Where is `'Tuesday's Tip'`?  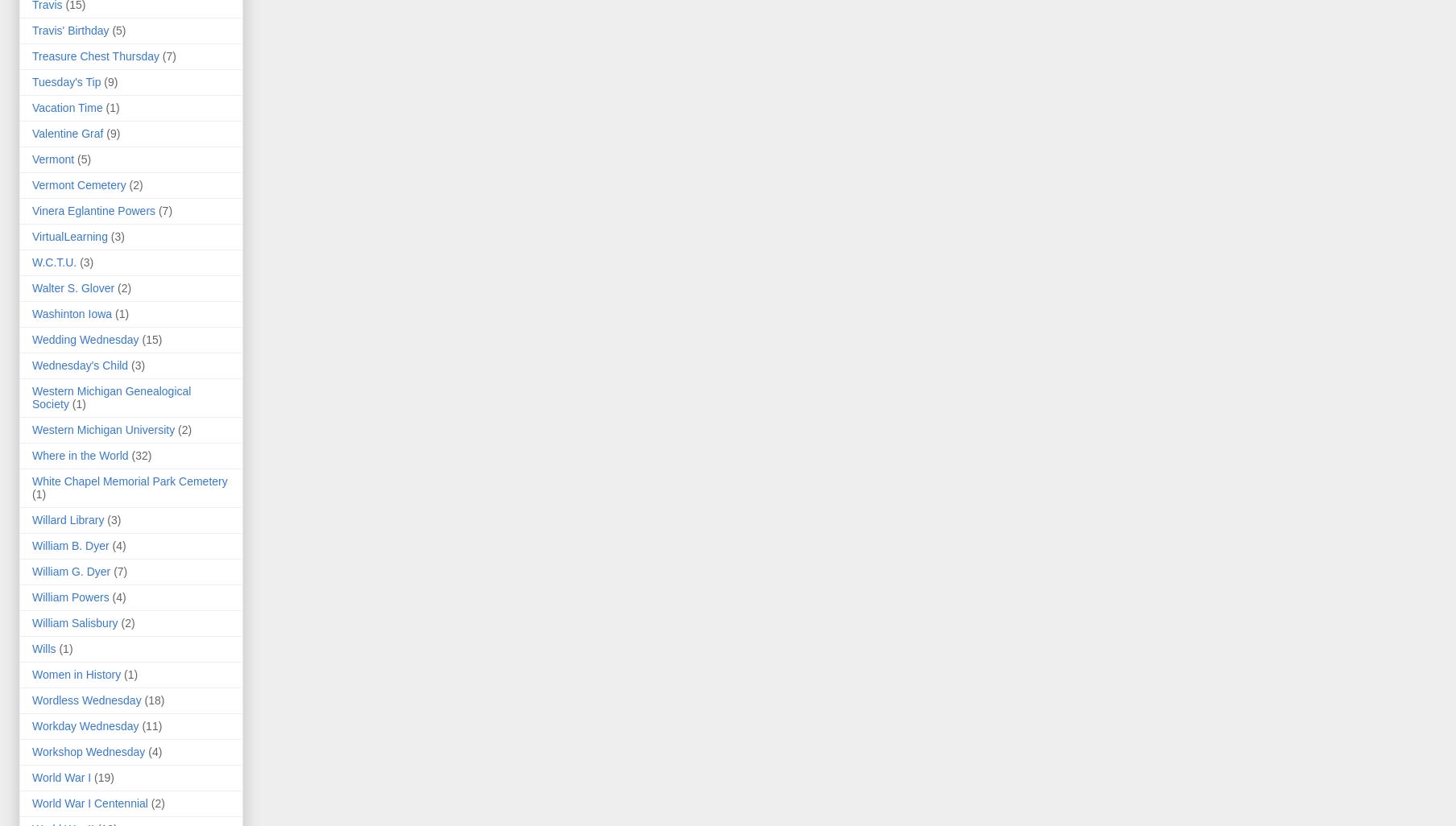
'Tuesday's Tip' is located at coordinates (65, 81).